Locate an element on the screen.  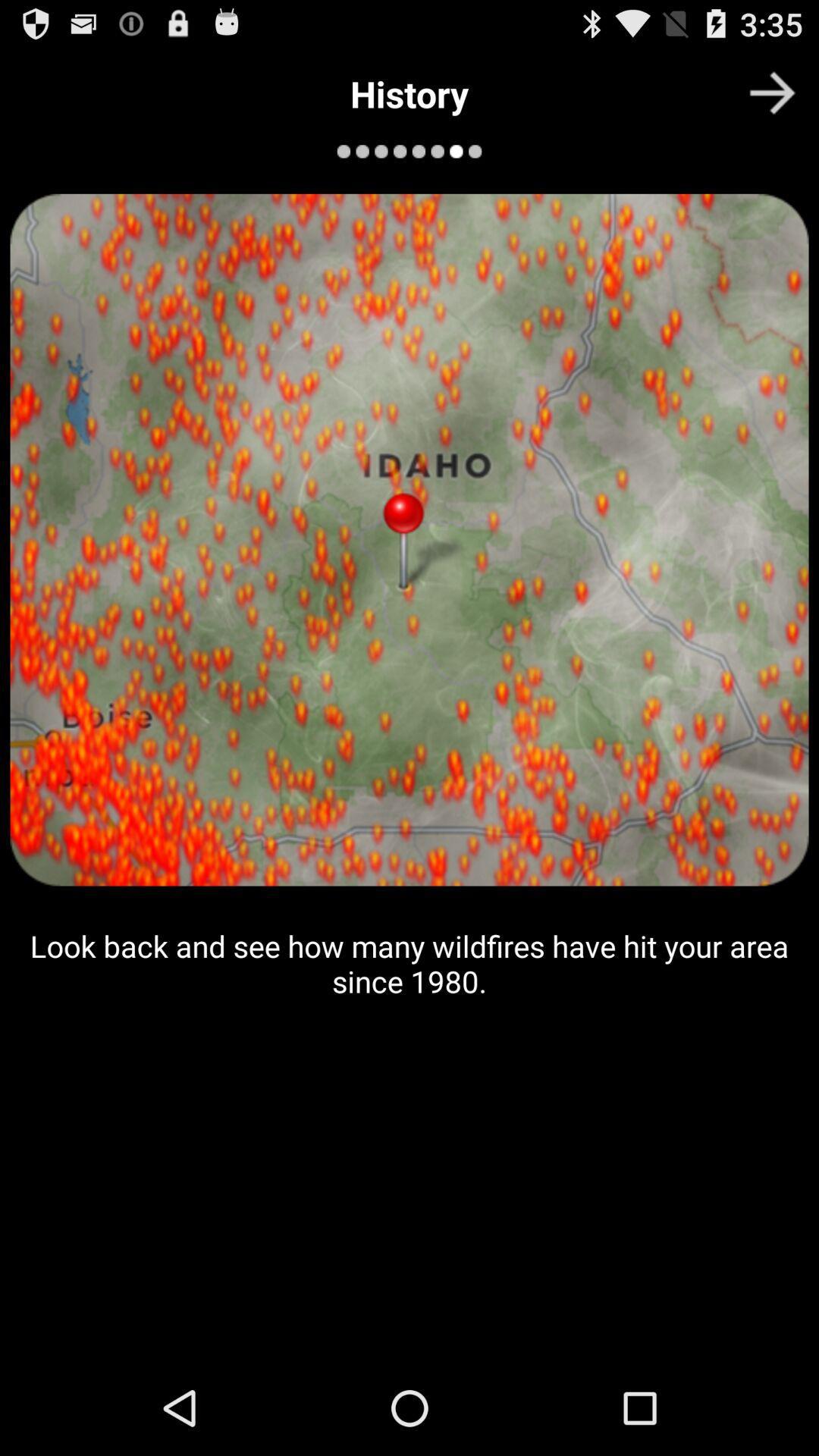
go forward is located at coordinates (772, 92).